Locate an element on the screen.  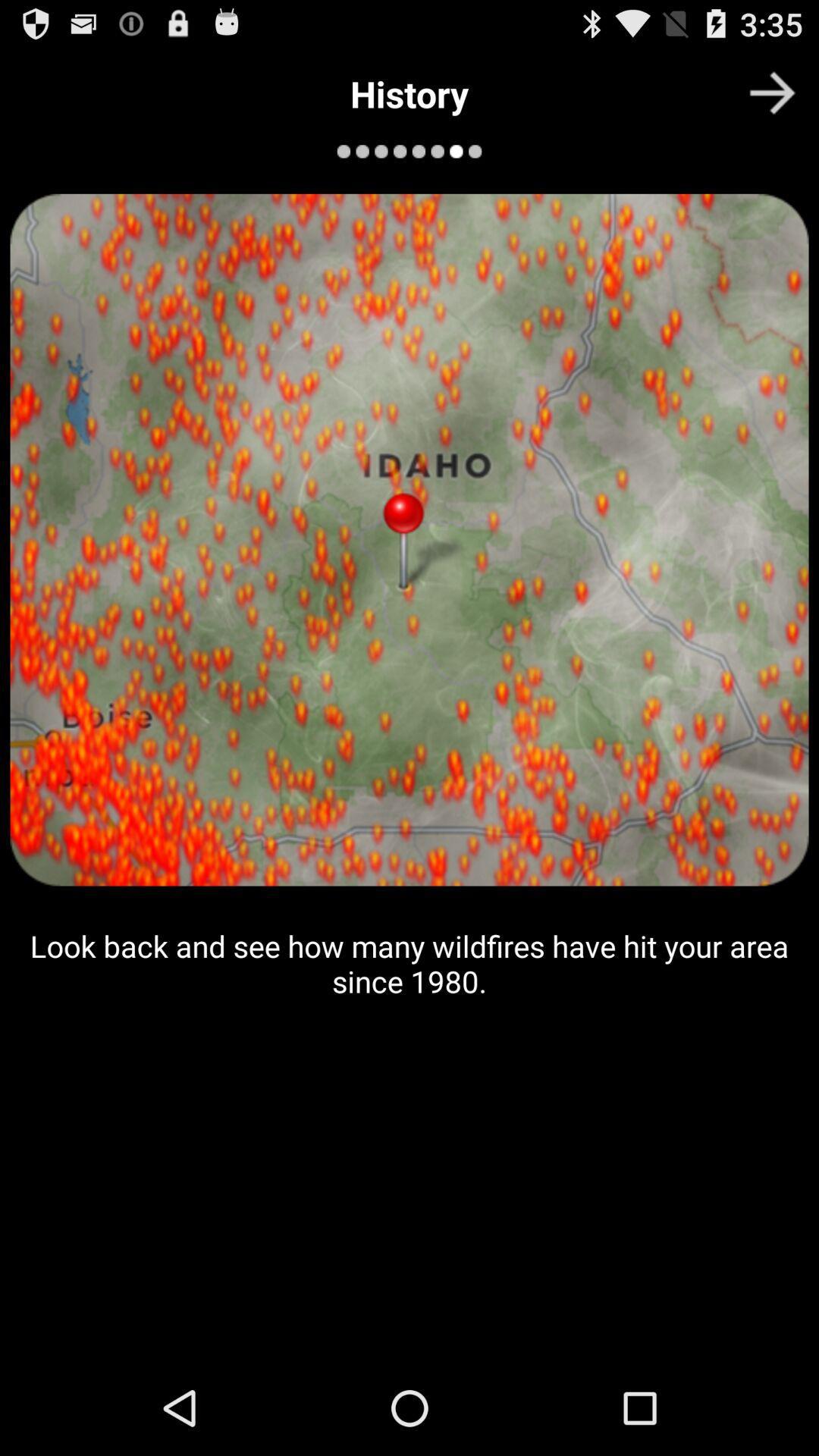
go forward is located at coordinates (772, 92).